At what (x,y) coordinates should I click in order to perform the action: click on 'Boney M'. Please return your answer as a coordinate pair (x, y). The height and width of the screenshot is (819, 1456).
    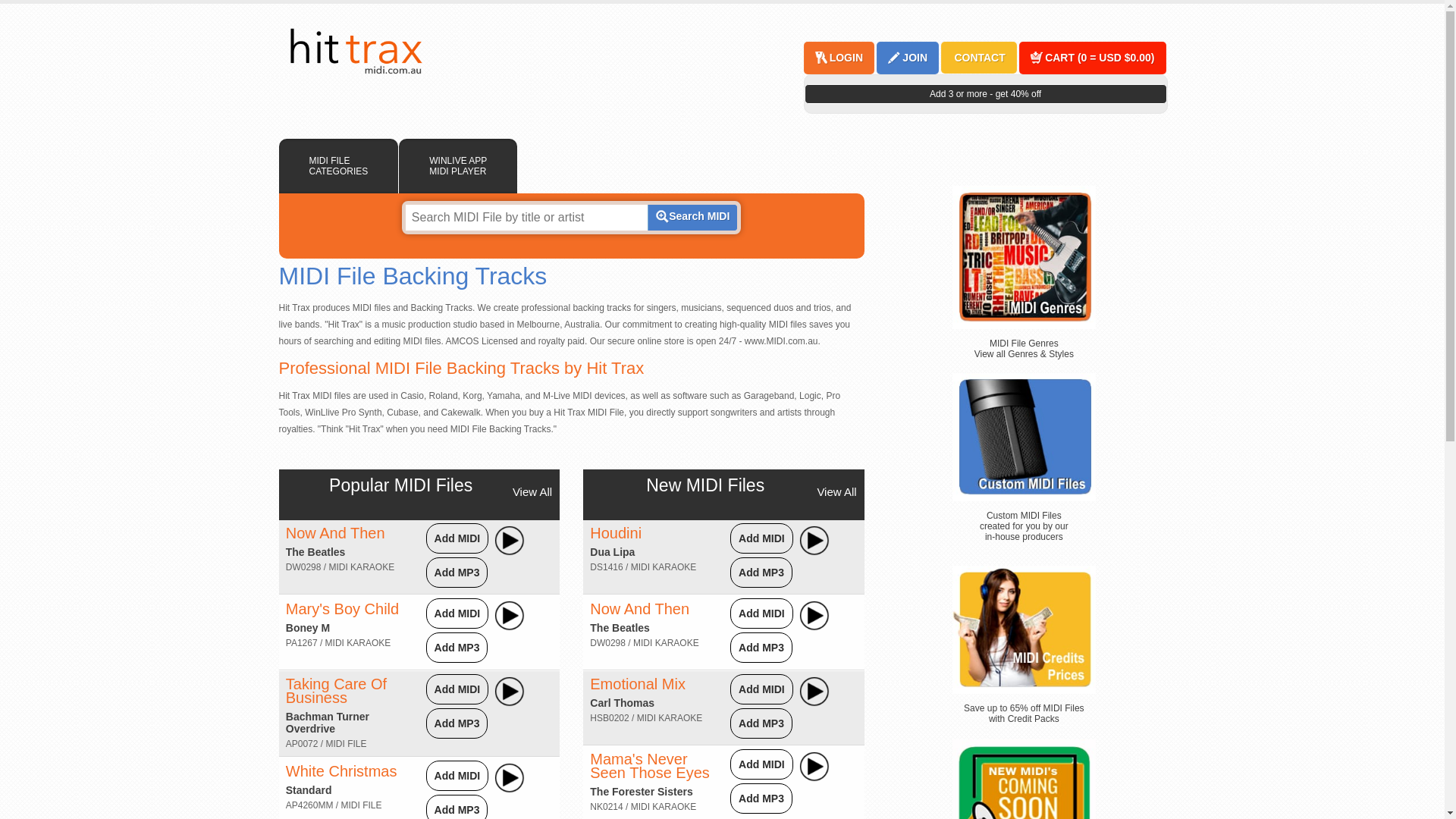
    Looking at the image, I should click on (286, 628).